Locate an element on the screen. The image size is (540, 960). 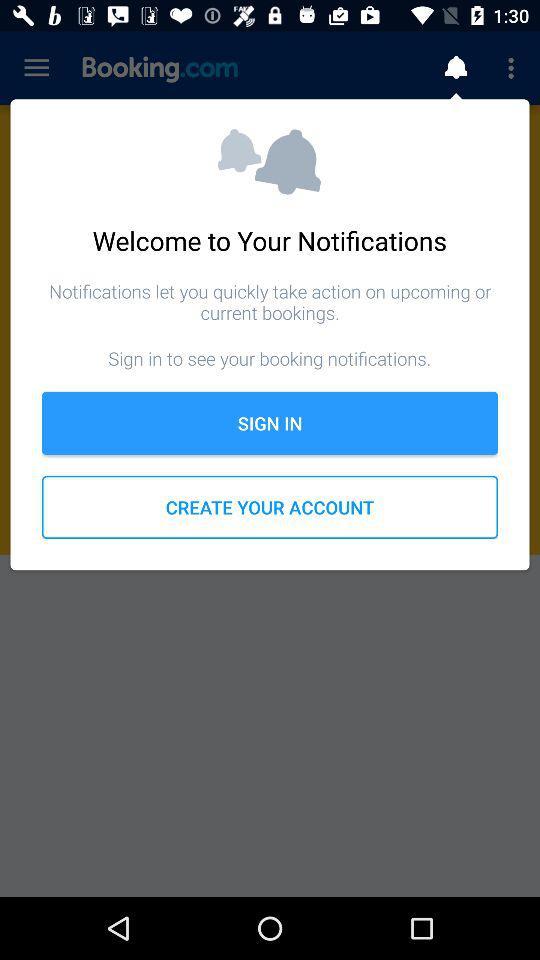
notification is located at coordinates (455, 68).